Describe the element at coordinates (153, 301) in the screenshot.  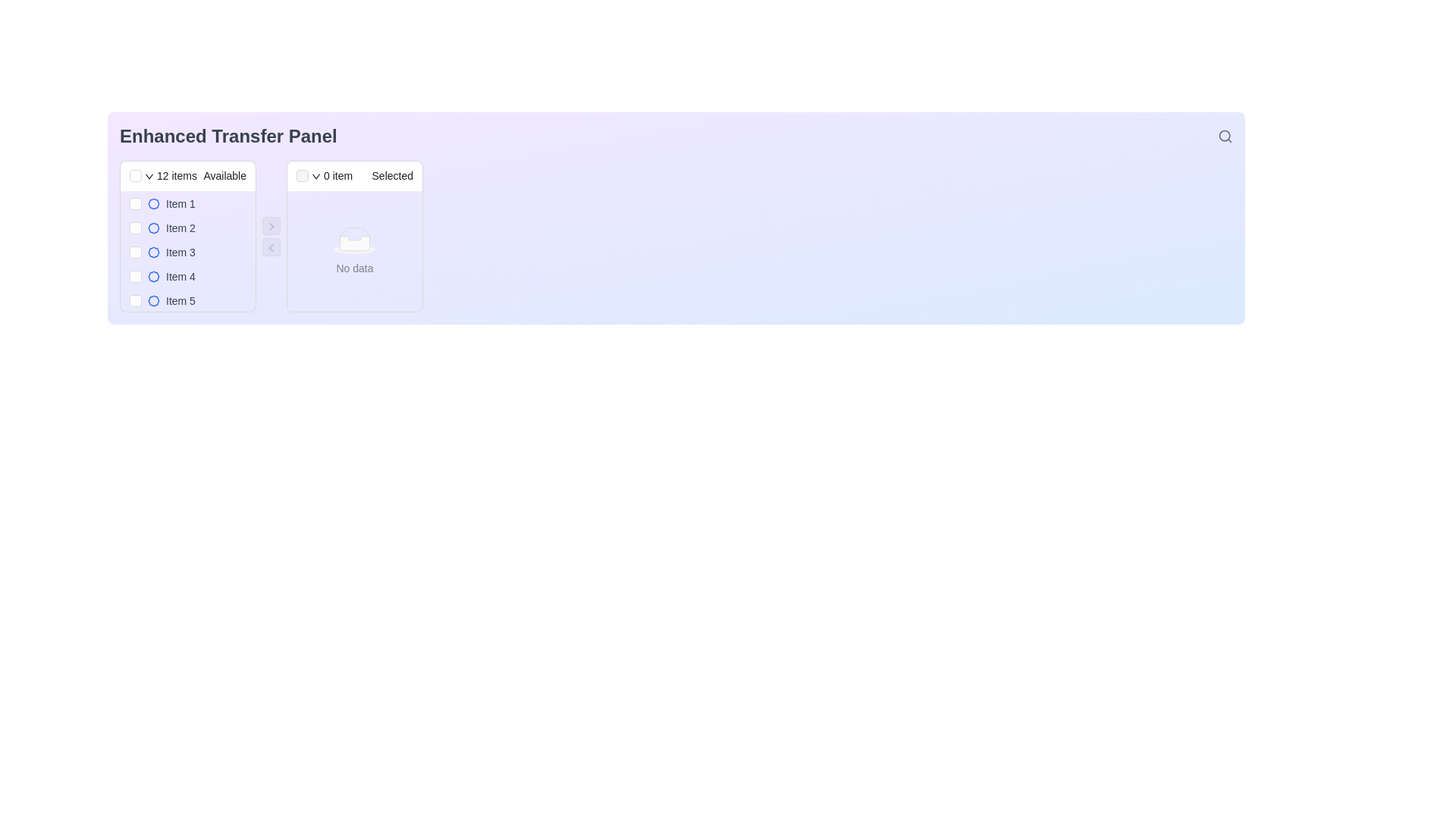
I see `the circular icon with a blue border and blue graphics located beside the label 'Item 5' in the 'Available' panel of the 'Enhanced Transfer Panel'` at that location.